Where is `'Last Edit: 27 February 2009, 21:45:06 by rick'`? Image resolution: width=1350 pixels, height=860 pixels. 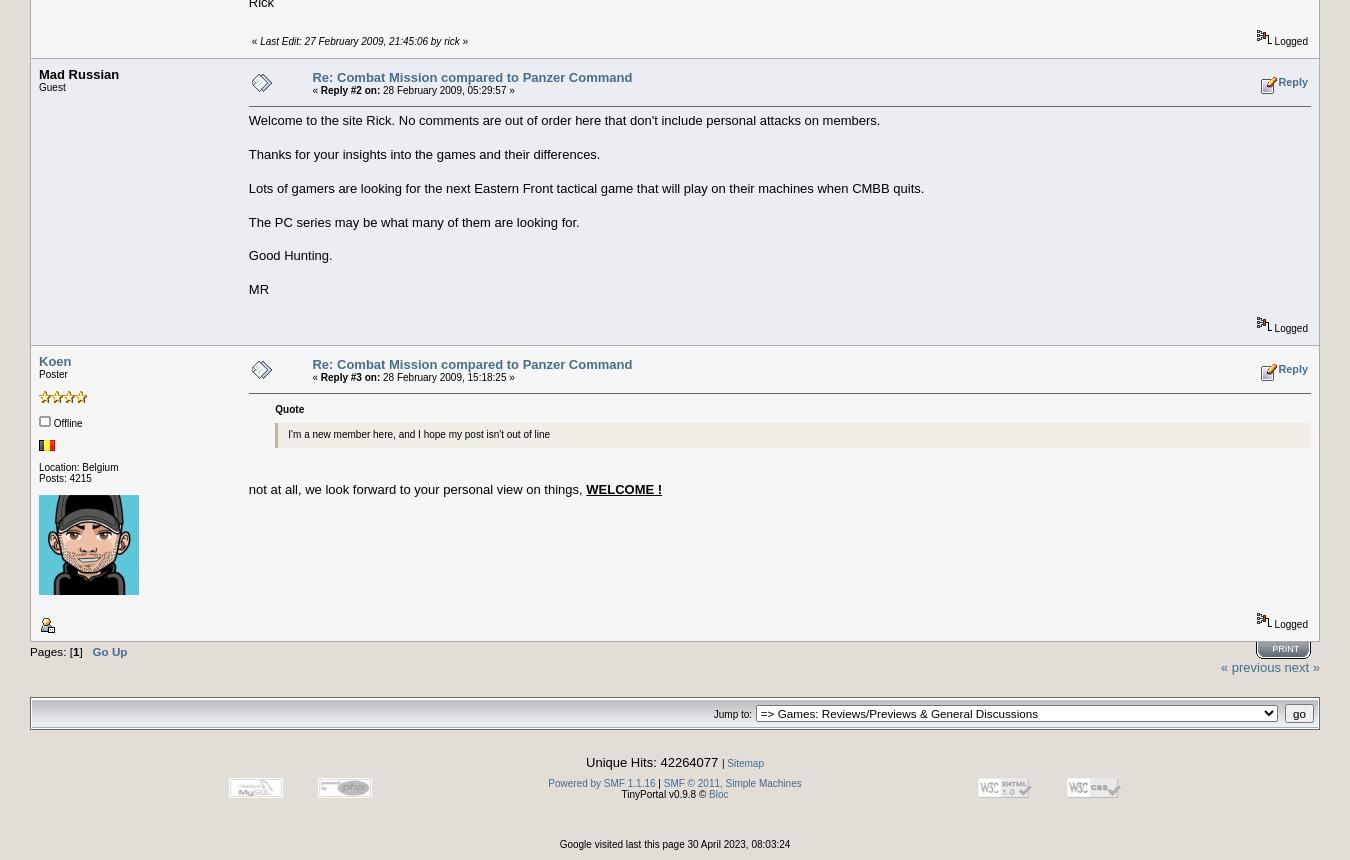 'Last Edit: 27 February 2009, 21:45:06 by rick' is located at coordinates (360, 41).